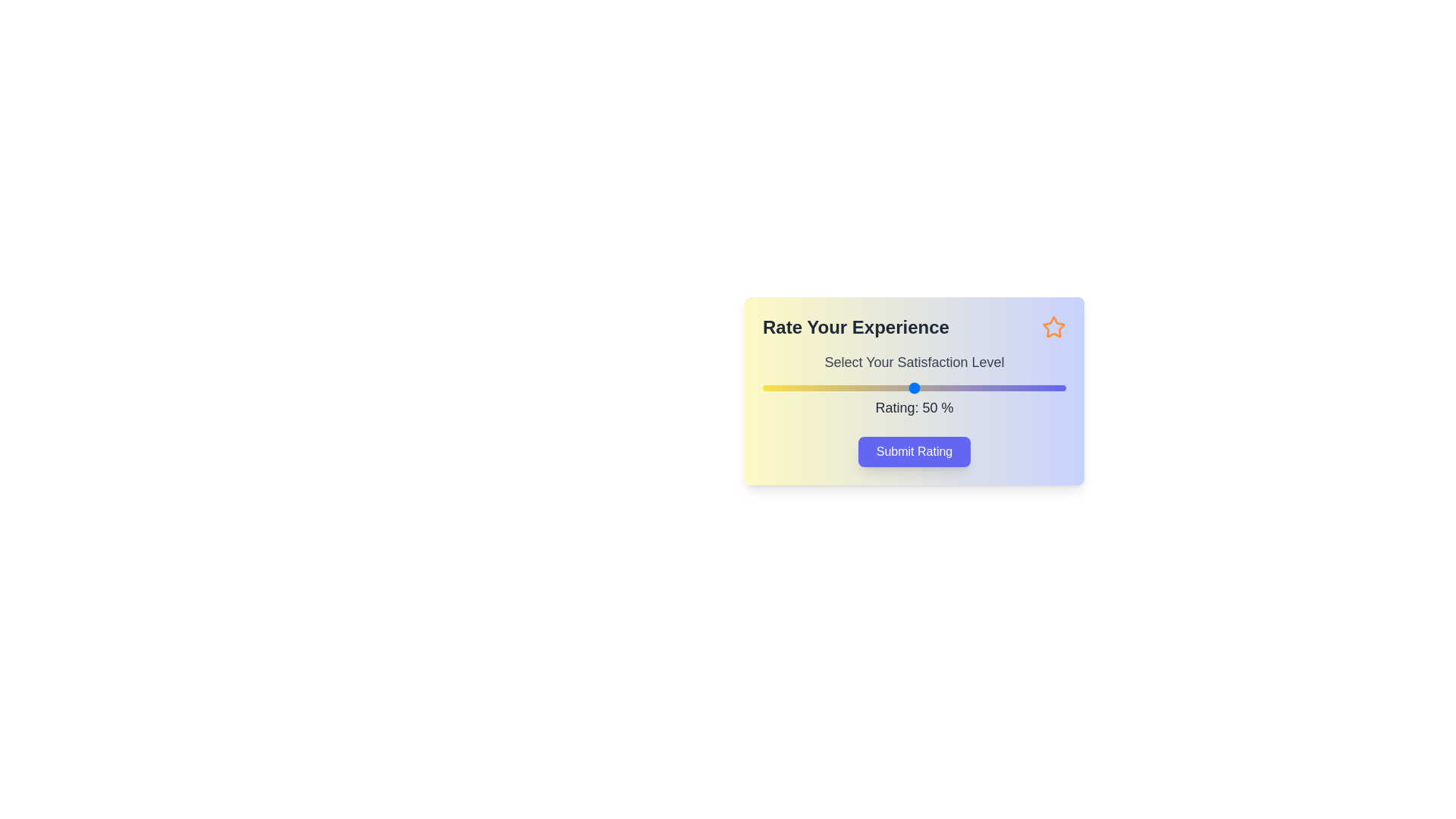  Describe the element at coordinates (913, 451) in the screenshot. I see `the 'Submit Rating' button to submit the rating` at that location.